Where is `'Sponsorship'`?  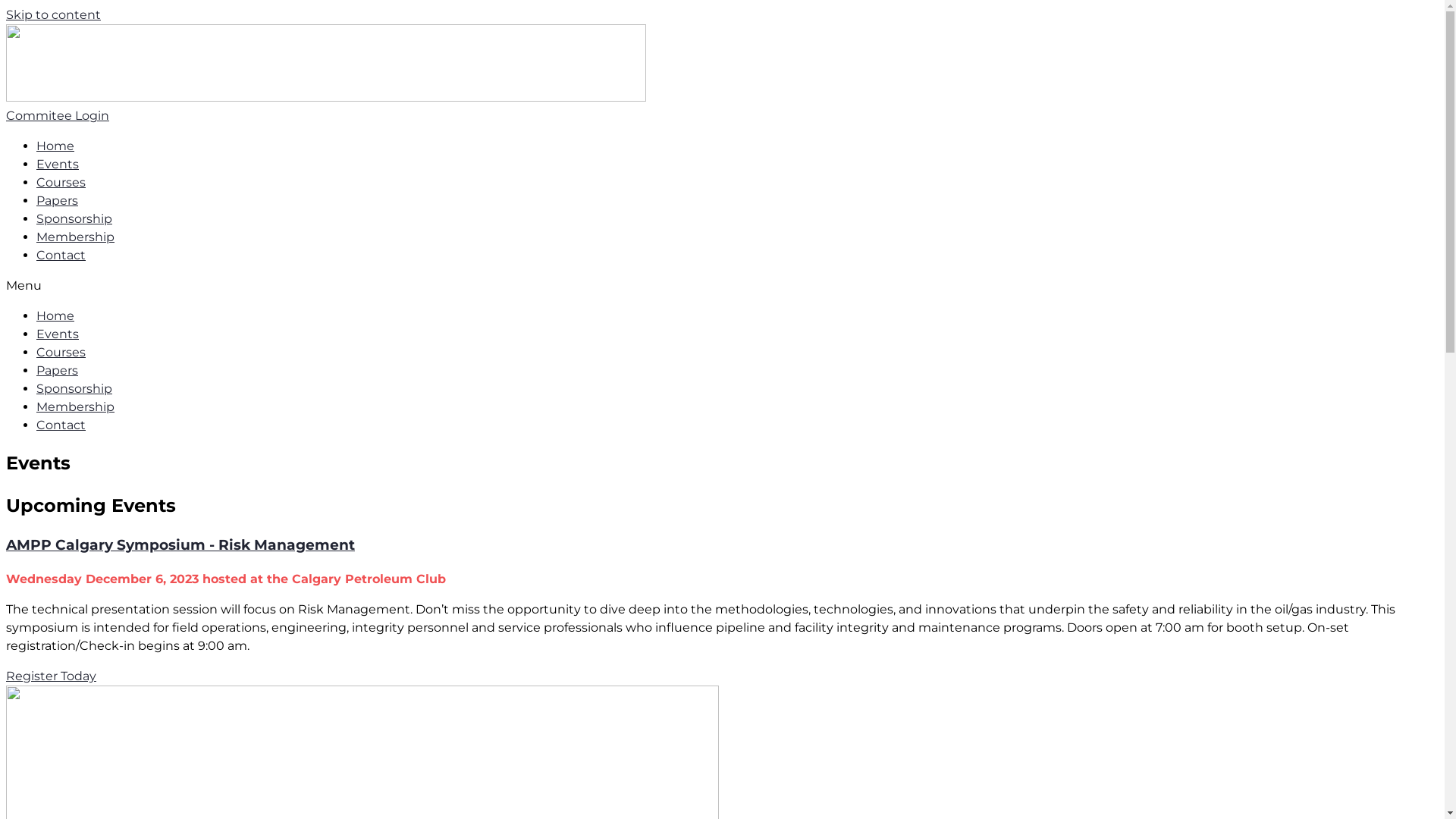
'Sponsorship' is located at coordinates (73, 388).